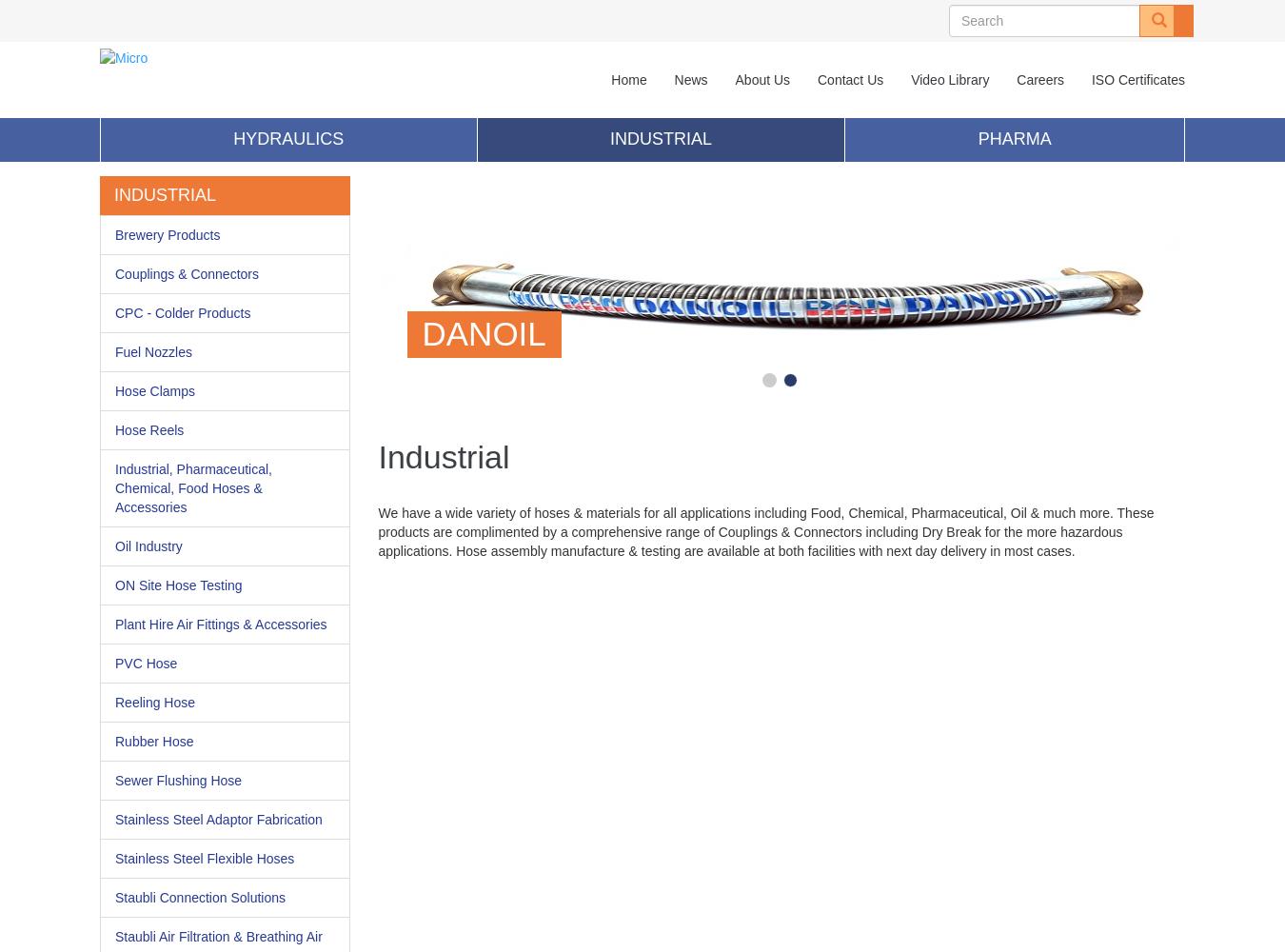 The image size is (1285, 952). I want to click on 'Video Library', so click(949, 79).